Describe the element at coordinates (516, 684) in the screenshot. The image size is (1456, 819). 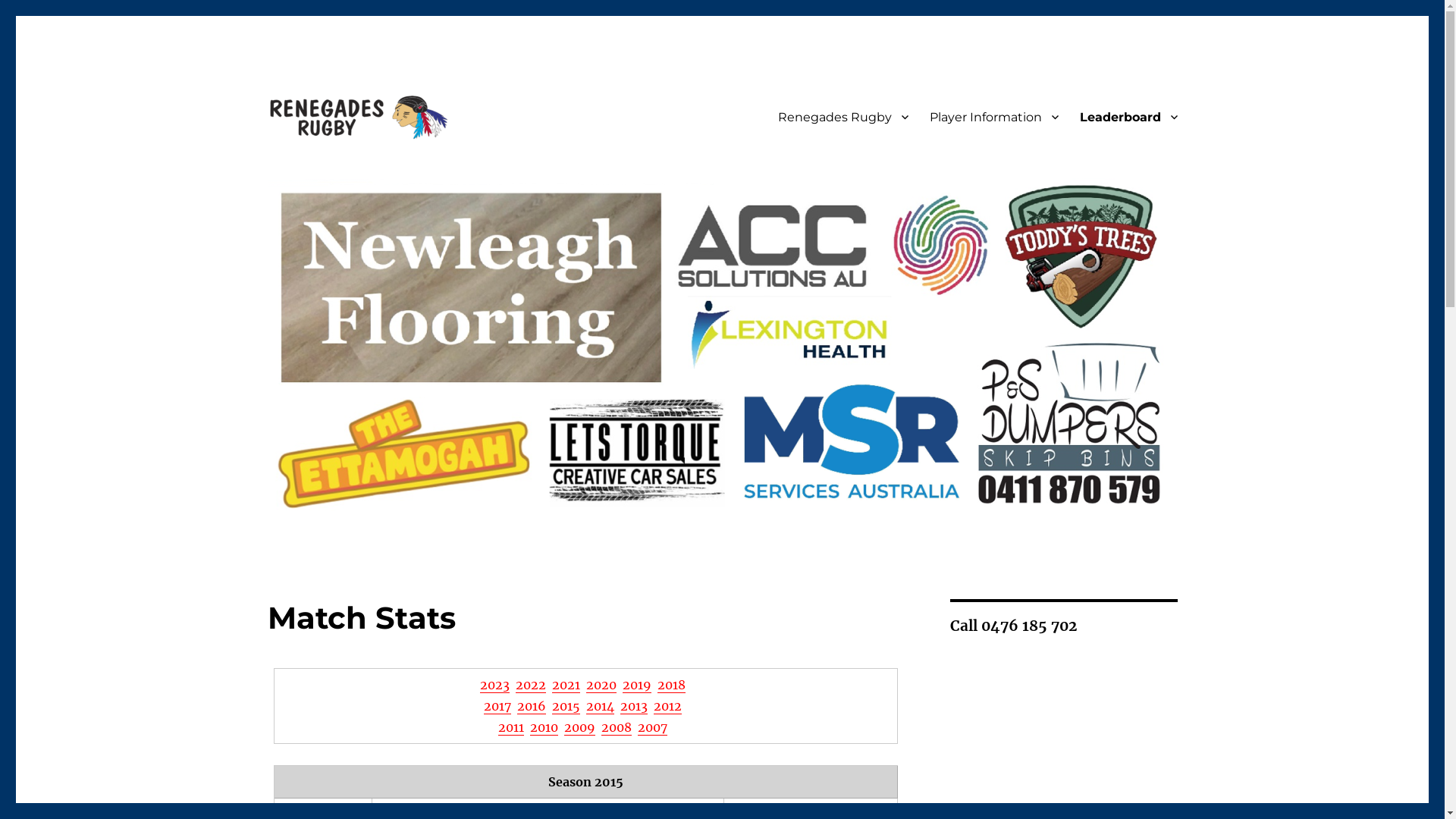
I see `'2022'` at that location.